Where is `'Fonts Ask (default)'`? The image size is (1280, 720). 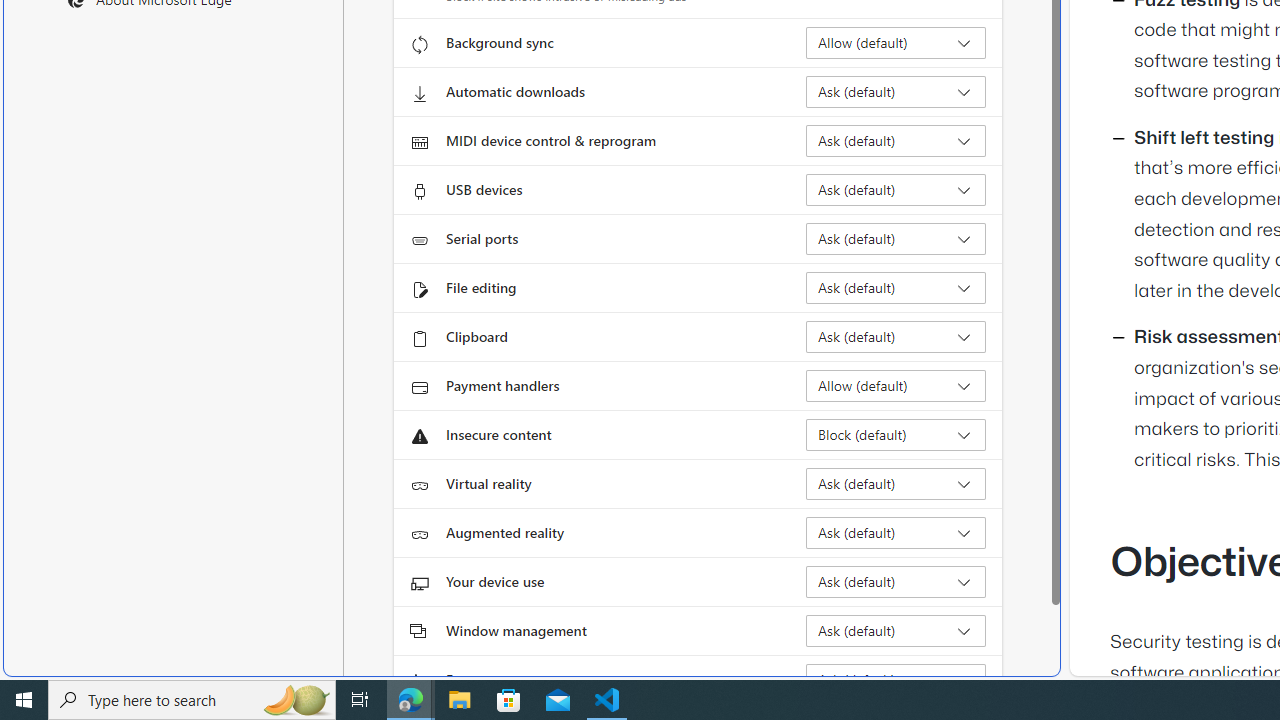
'Fonts Ask (default)' is located at coordinates (895, 679).